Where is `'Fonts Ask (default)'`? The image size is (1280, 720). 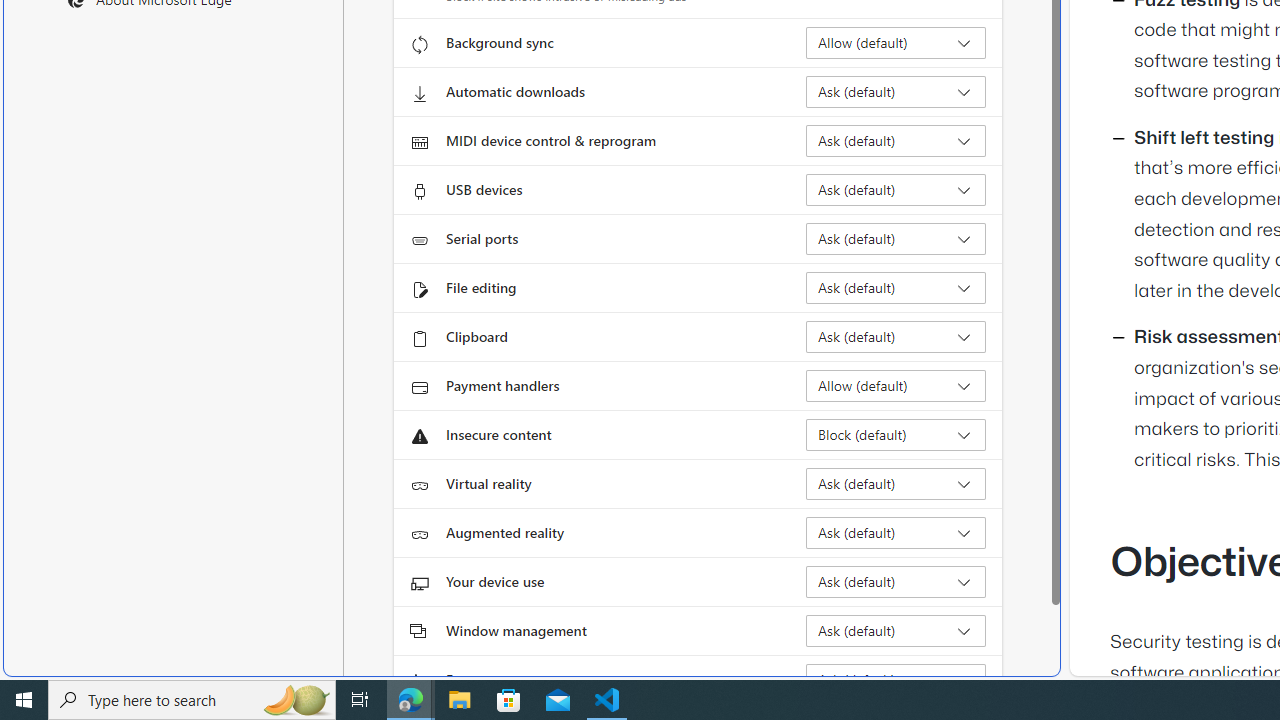
'Fonts Ask (default)' is located at coordinates (895, 679).